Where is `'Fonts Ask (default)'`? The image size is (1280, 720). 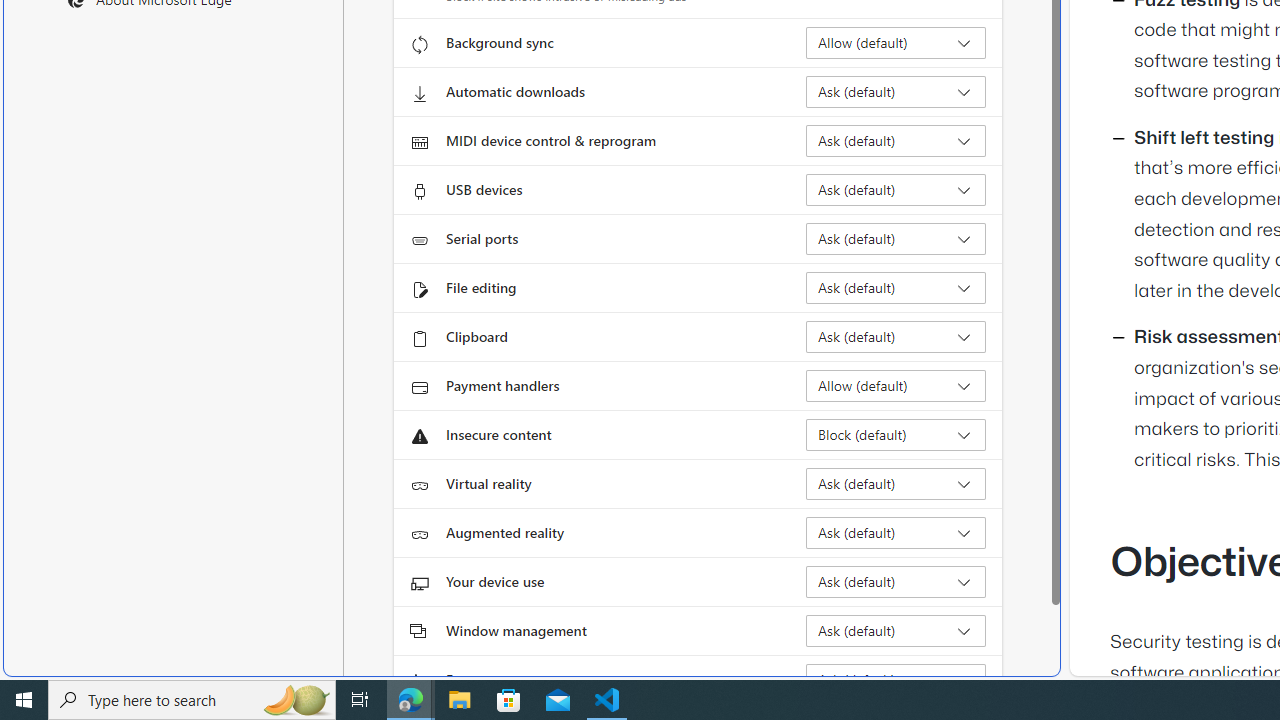
'Fonts Ask (default)' is located at coordinates (895, 679).